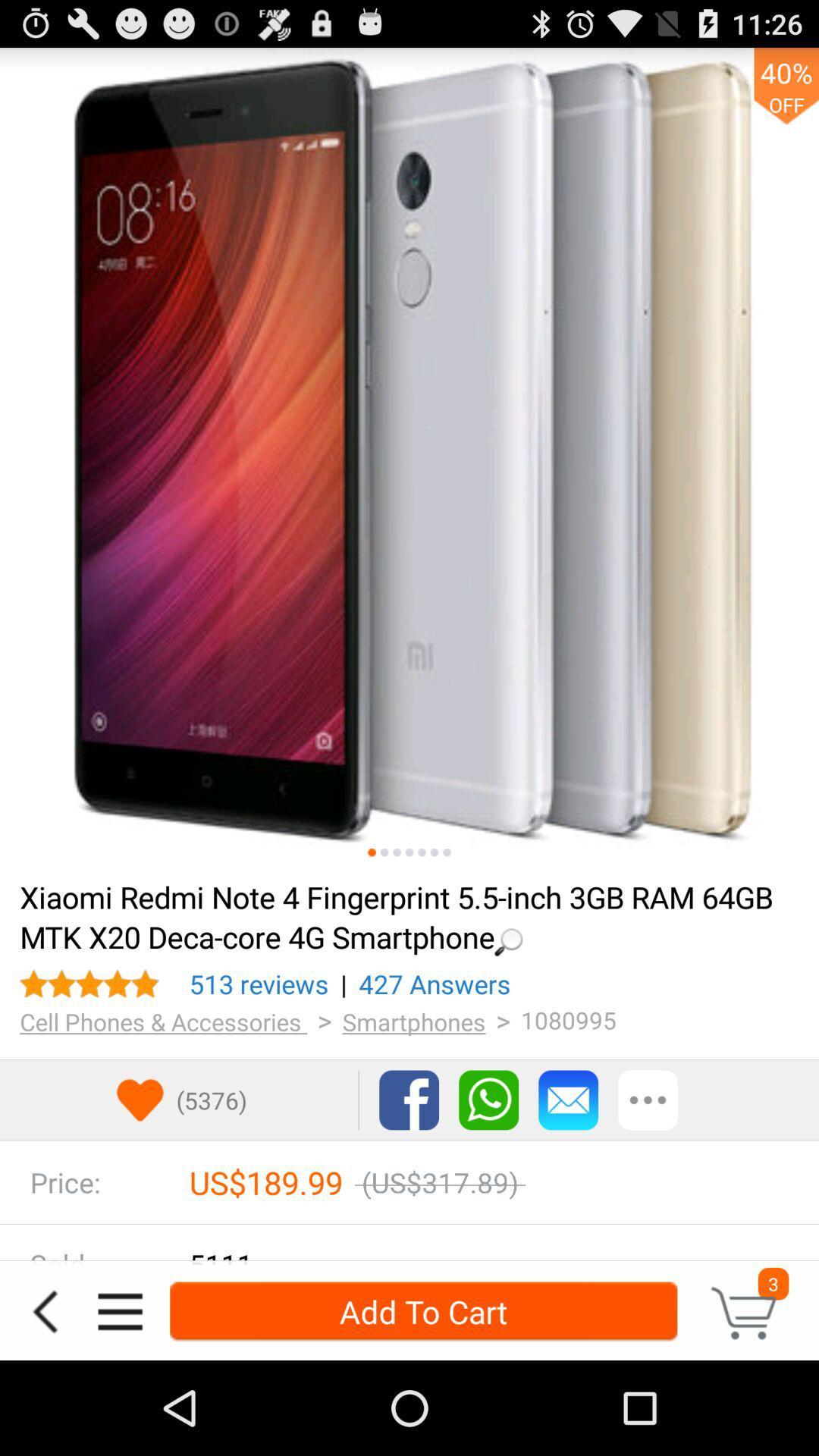 The height and width of the screenshot is (1456, 819). Describe the element at coordinates (568, 1100) in the screenshot. I see `contact seller` at that location.